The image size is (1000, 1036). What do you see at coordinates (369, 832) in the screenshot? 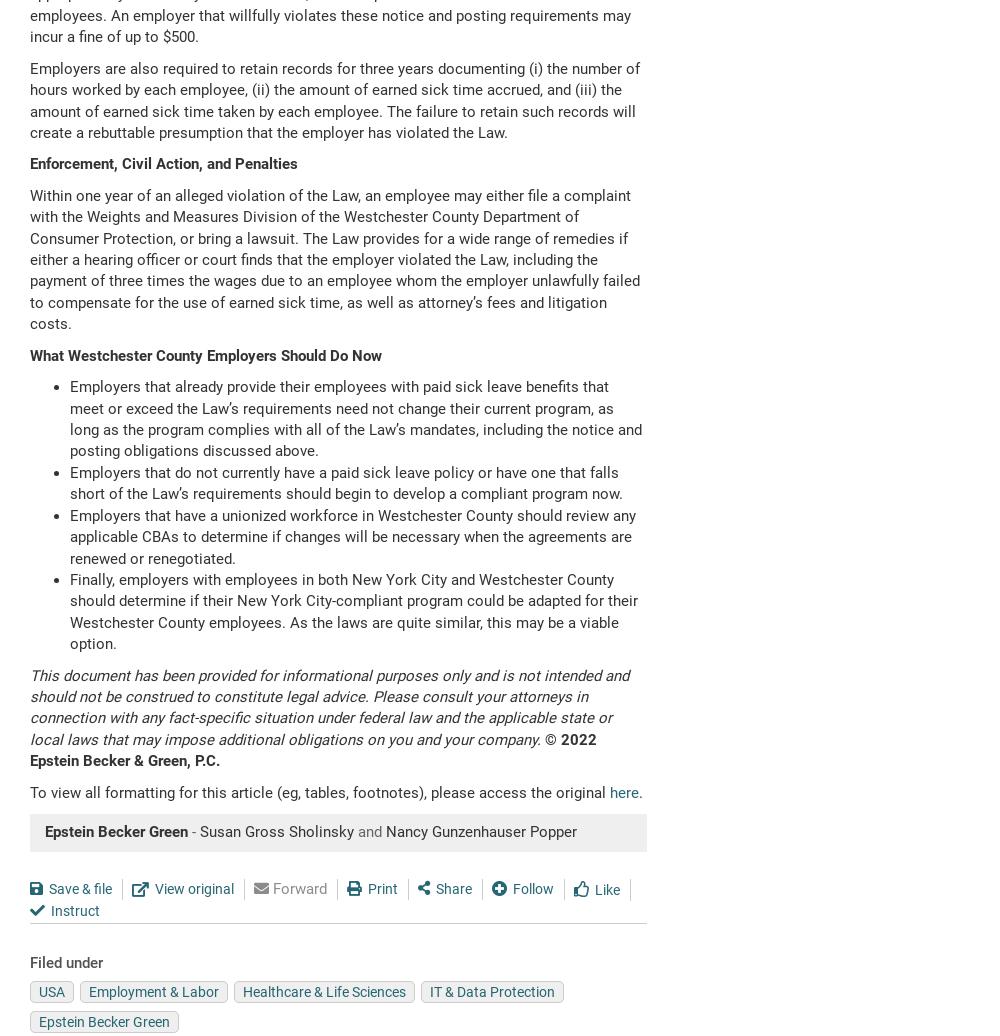
I see `'and'` at bounding box center [369, 832].